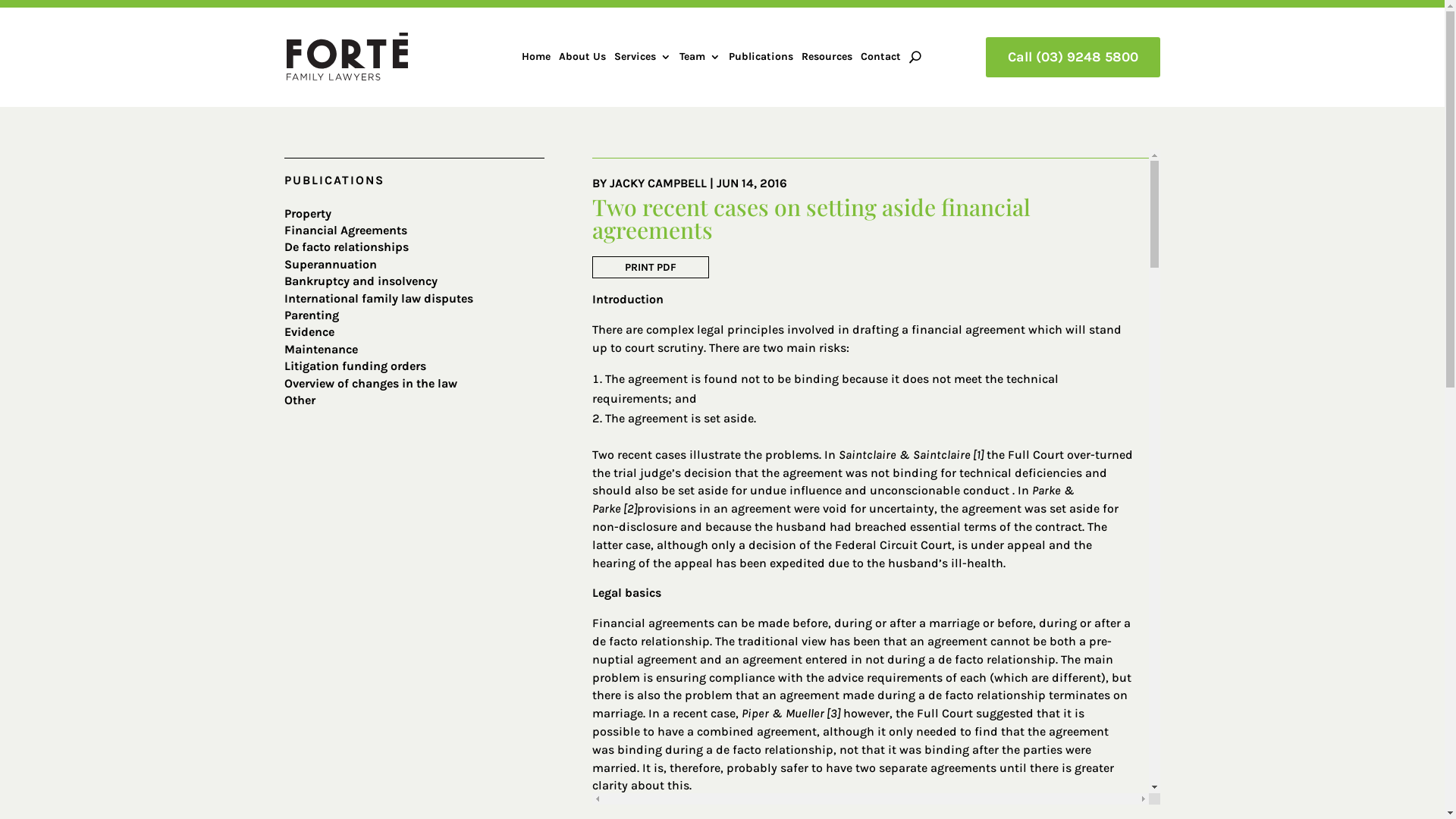 Image resolution: width=1456 pixels, height=819 pixels. What do you see at coordinates (761, 58) in the screenshot?
I see `'Publications'` at bounding box center [761, 58].